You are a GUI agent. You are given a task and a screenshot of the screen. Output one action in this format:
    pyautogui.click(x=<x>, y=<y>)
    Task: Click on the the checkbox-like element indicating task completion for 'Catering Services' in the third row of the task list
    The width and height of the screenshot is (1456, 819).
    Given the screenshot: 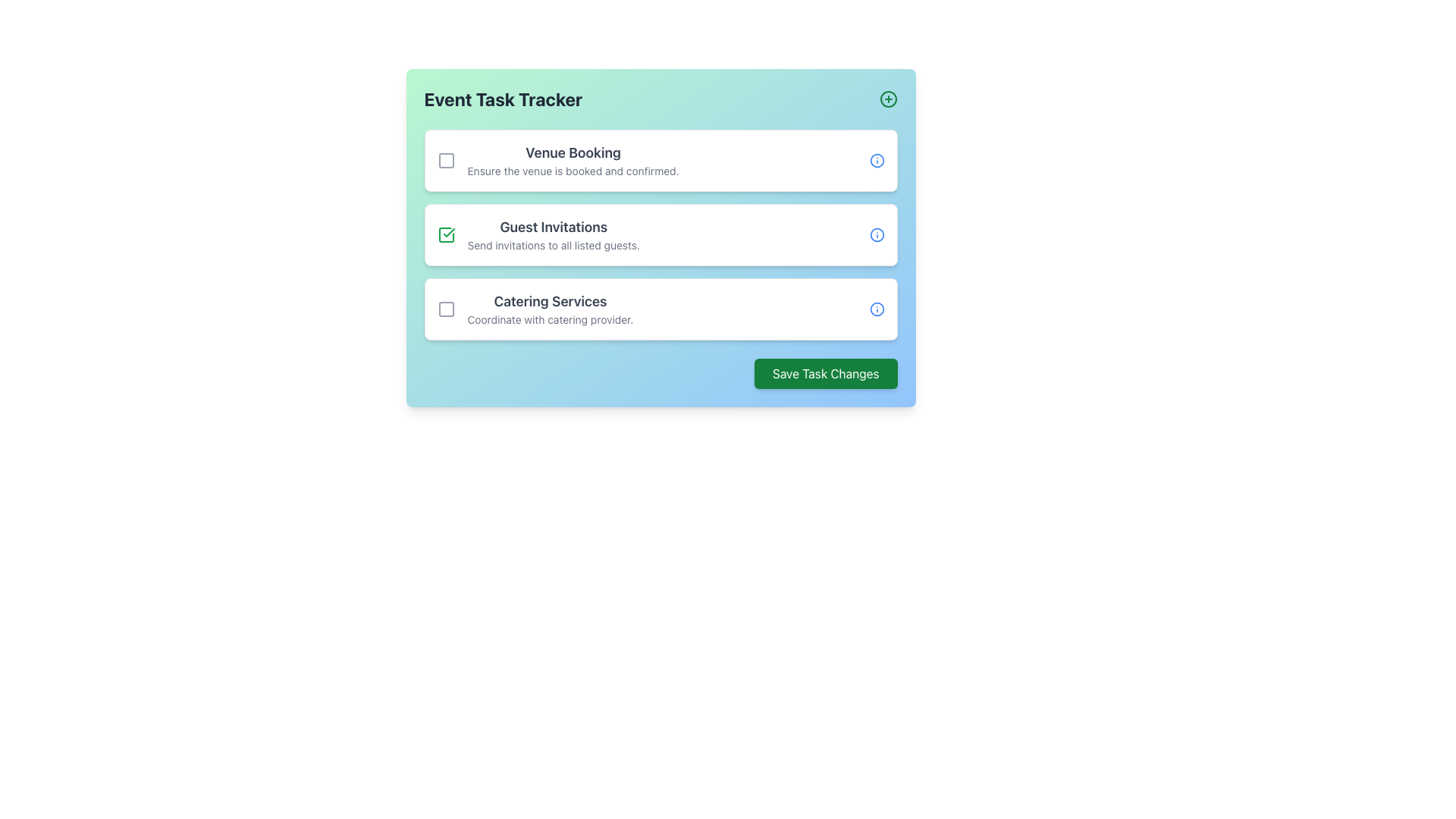 What is the action you would take?
    pyautogui.click(x=445, y=309)
    